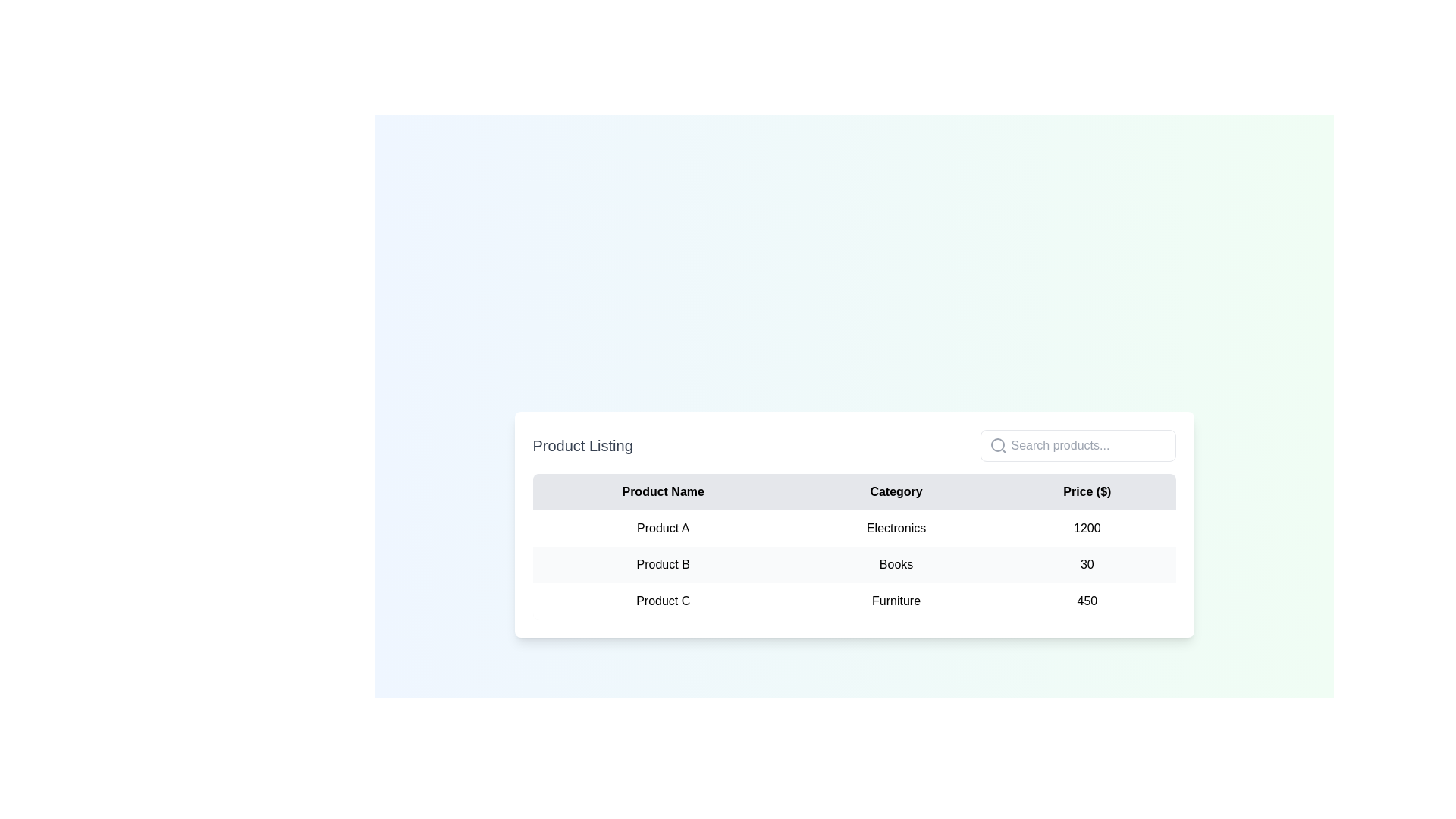 Image resolution: width=1456 pixels, height=819 pixels. What do you see at coordinates (854, 528) in the screenshot?
I see `the first row of the table containing 'Product A', 'Electronics', and '1200'` at bounding box center [854, 528].